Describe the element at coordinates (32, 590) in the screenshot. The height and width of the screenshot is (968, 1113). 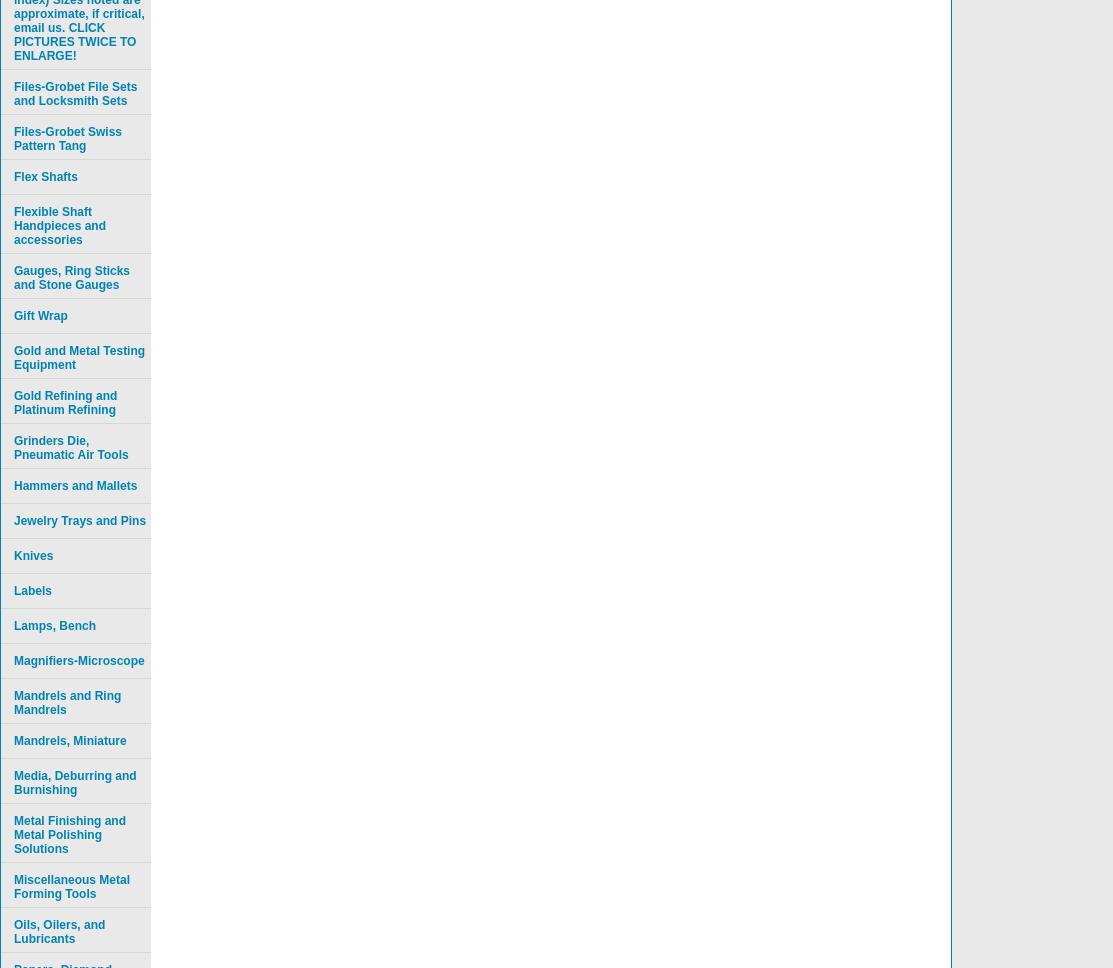
I see `'Labels'` at that location.